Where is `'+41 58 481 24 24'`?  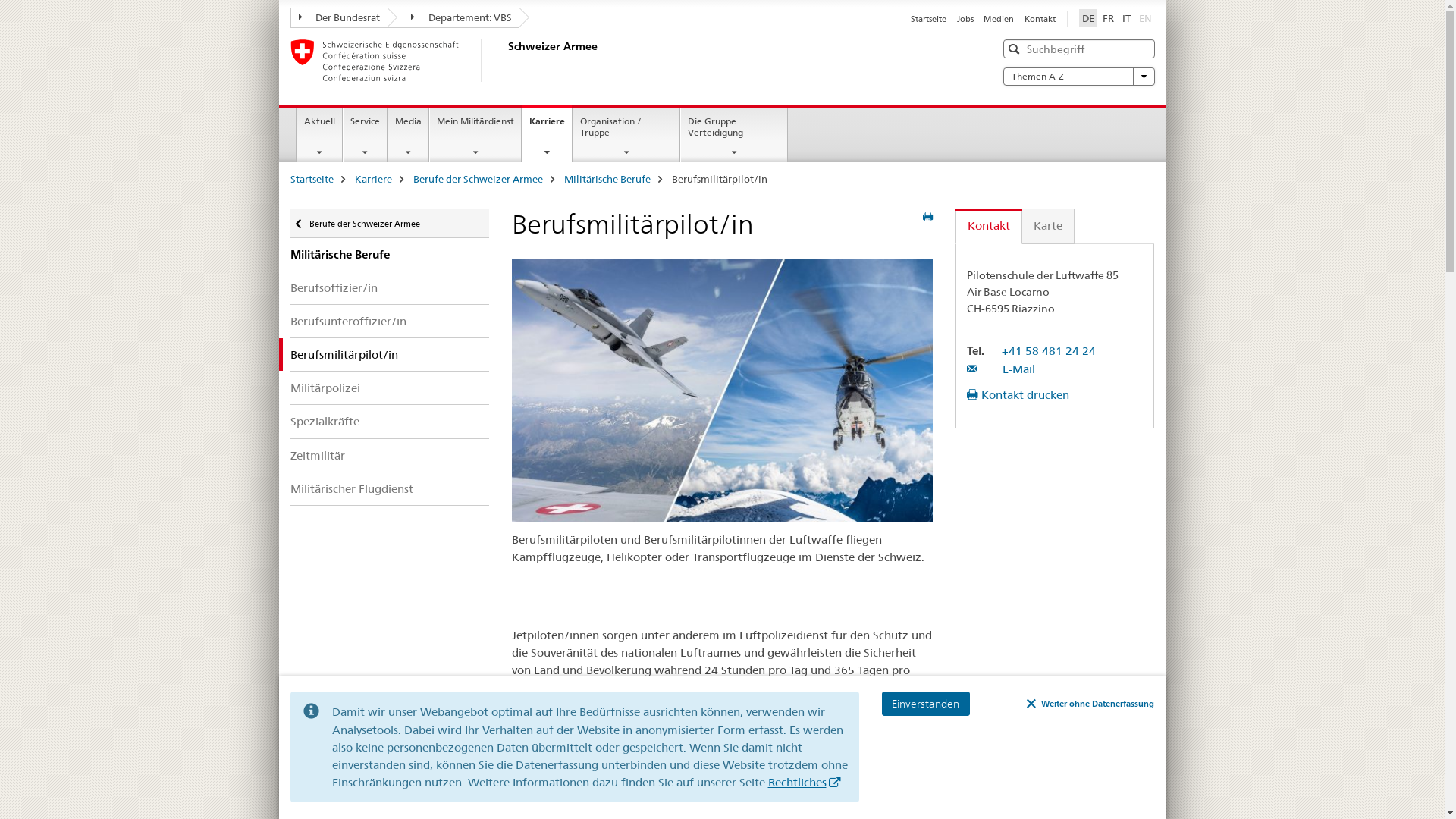
'+41 58 481 24 24' is located at coordinates (1047, 350).